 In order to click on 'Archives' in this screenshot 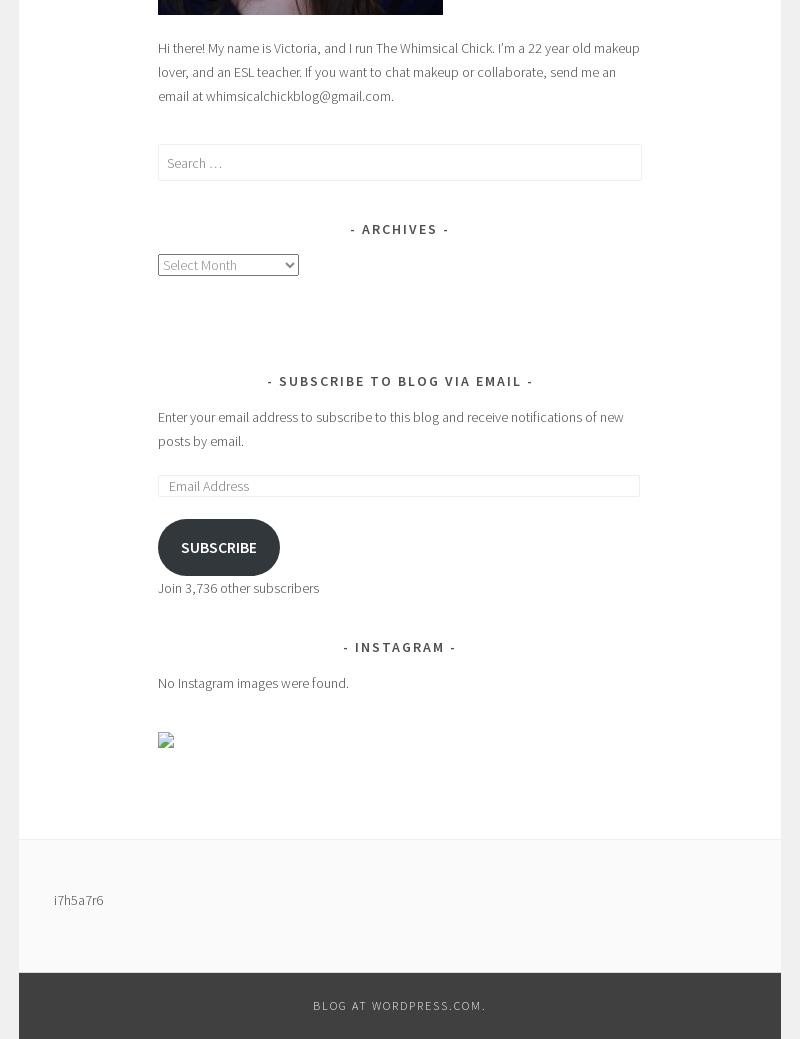, I will do `click(400, 228)`.